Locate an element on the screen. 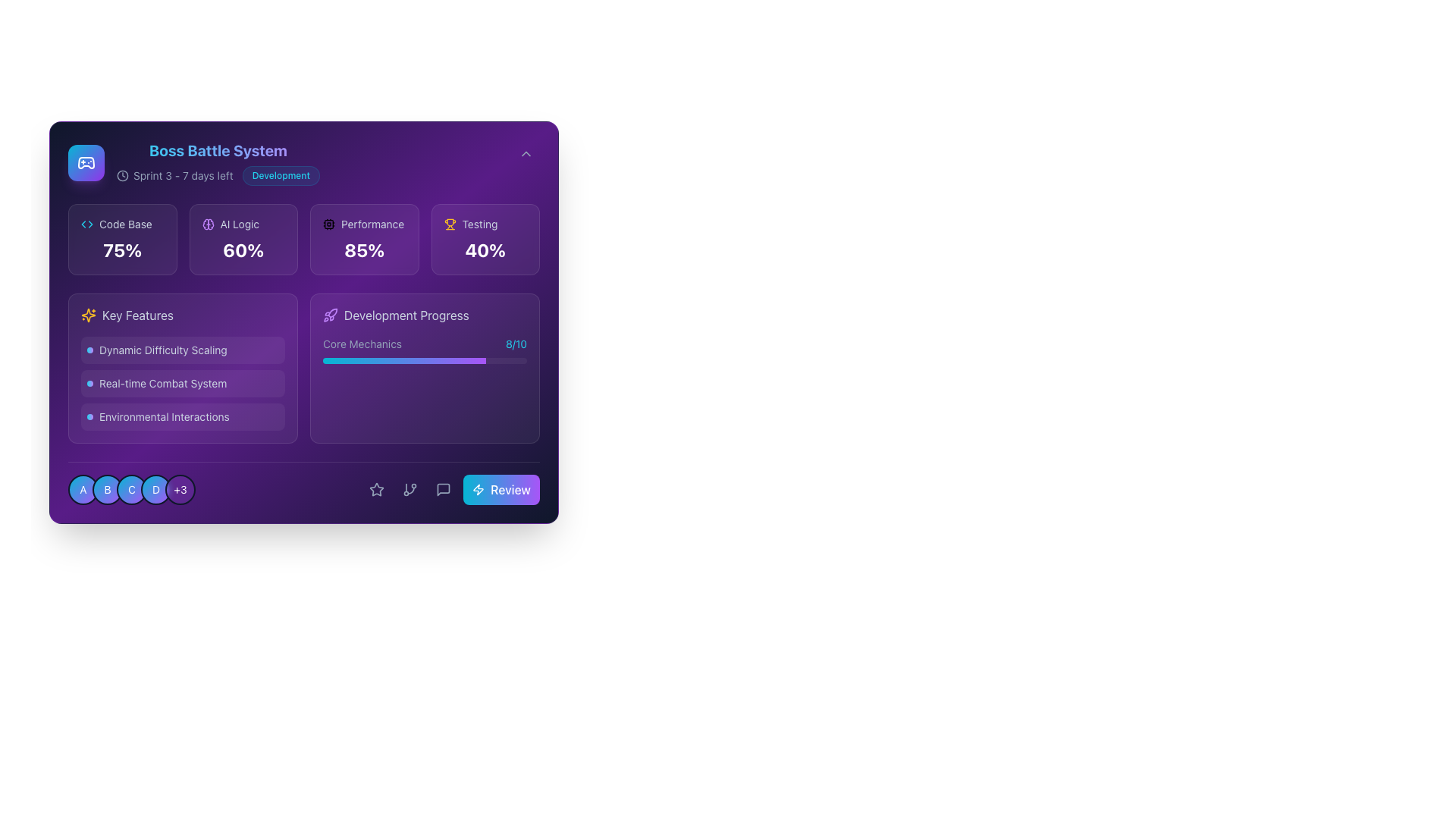 The height and width of the screenshot is (819, 1456). text 'Sprint 3 - 7 days left' accompanied by a clock icon, which is located near the top of the user interface, to the left of the 'Development' label is located at coordinates (174, 174).